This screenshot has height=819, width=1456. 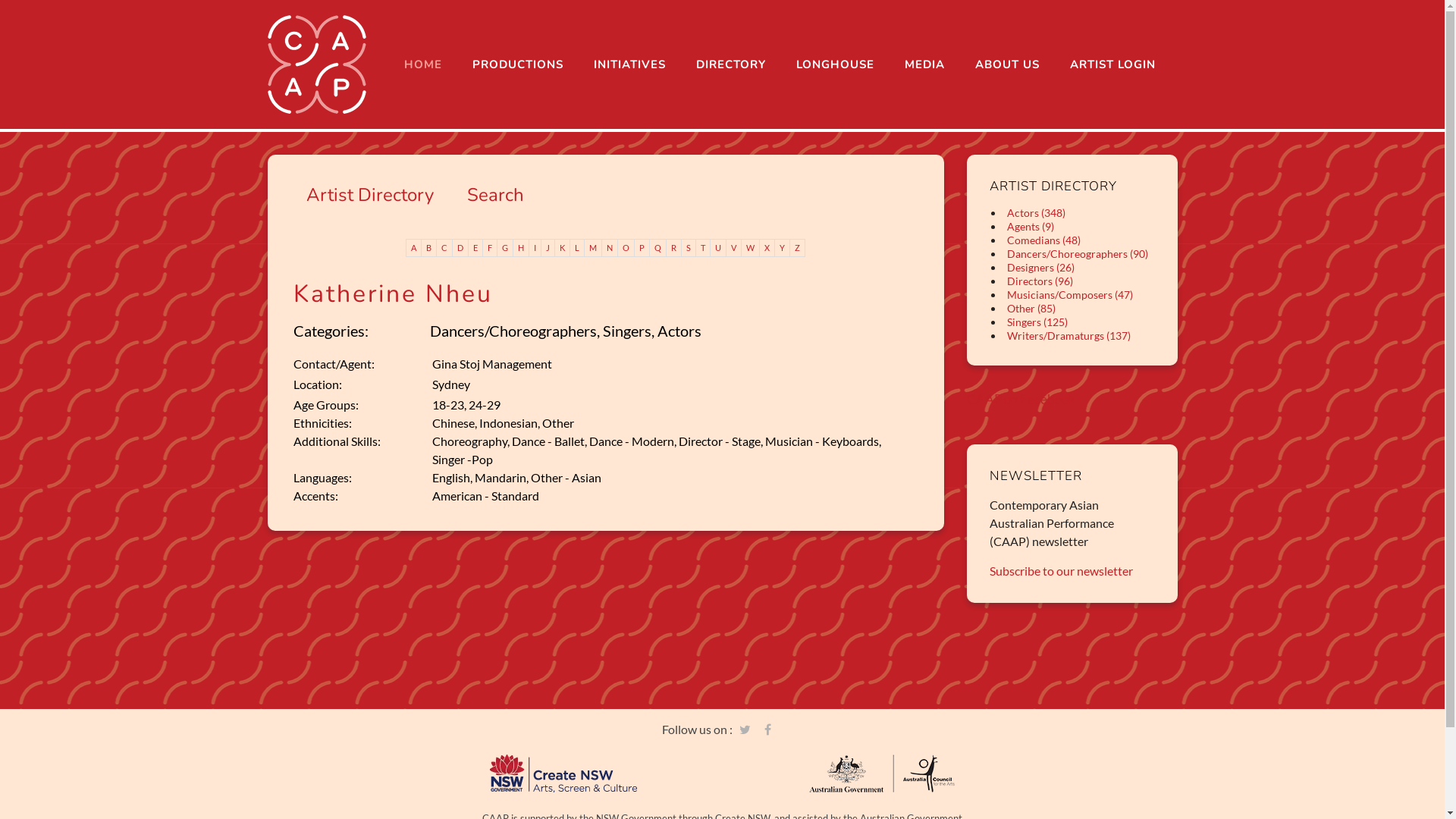 I want to click on 'MEDIA', so click(x=923, y=63).